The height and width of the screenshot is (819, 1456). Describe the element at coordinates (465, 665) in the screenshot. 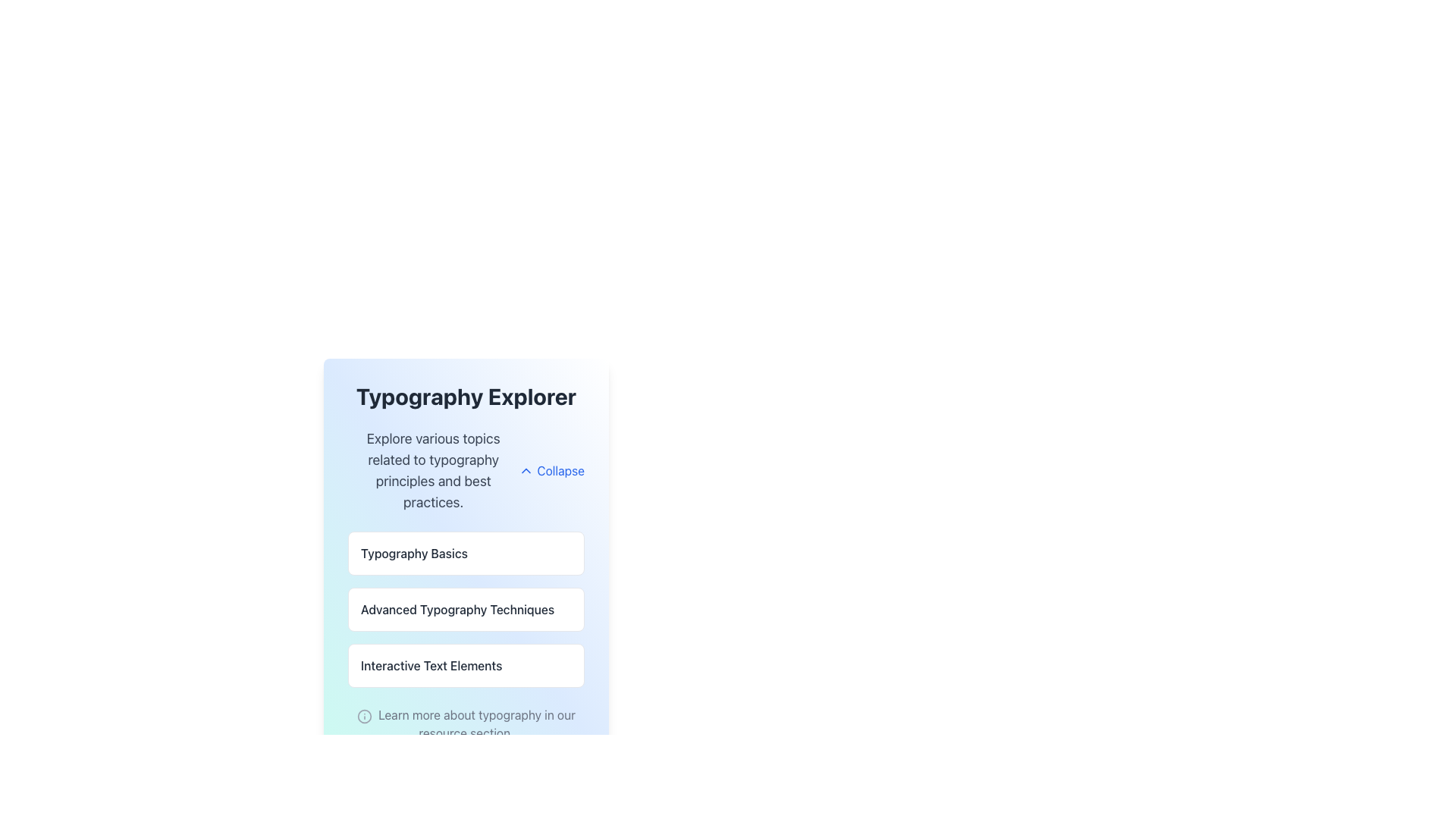

I see `the third card in the vertical arrangement under the 'Typography Explorer' section` at that location.